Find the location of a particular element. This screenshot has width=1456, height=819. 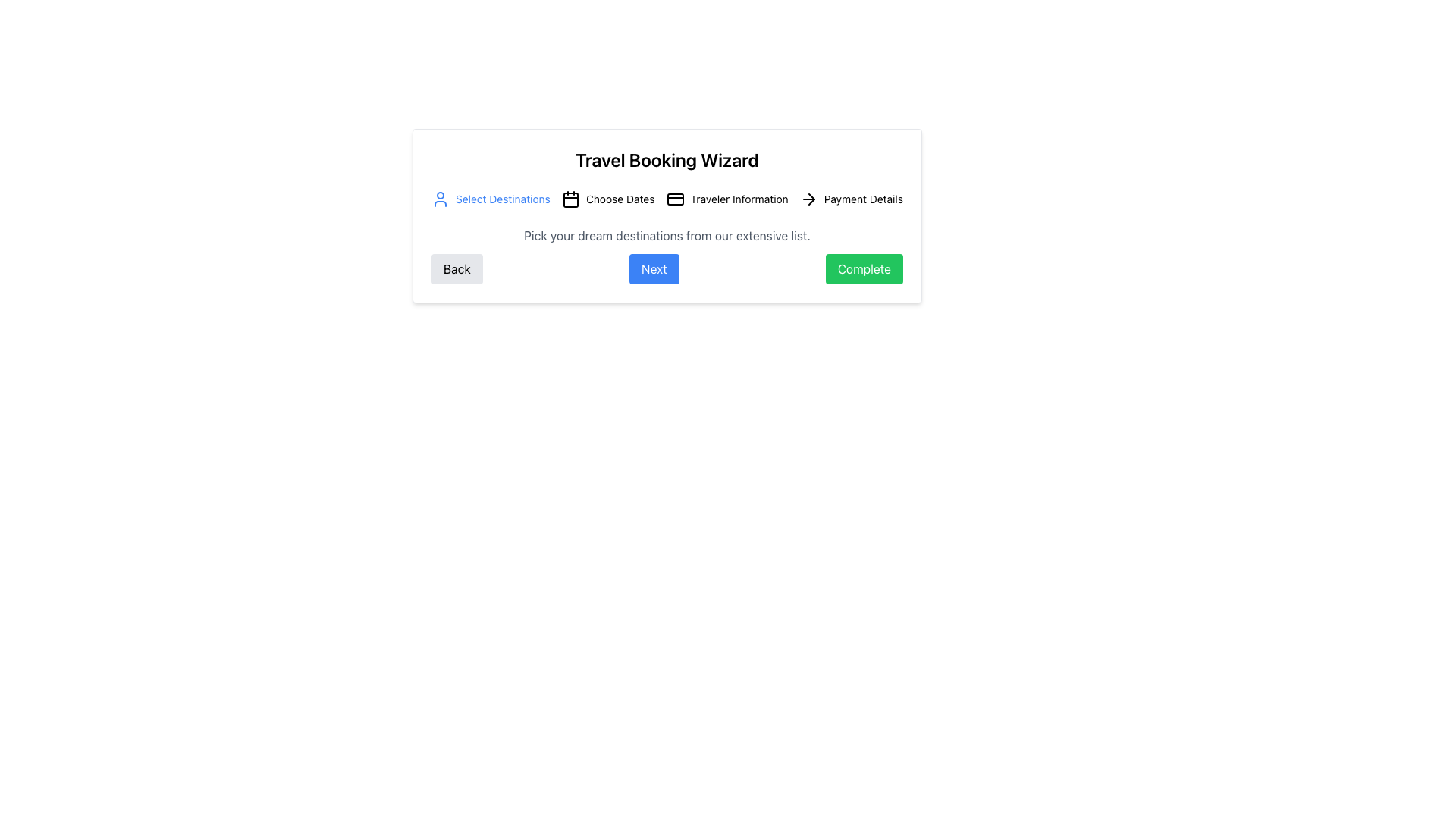

the internal day-view area of the calendar icon, which is centered within the calendar and visually distinct is located at coordinates (570, 199).